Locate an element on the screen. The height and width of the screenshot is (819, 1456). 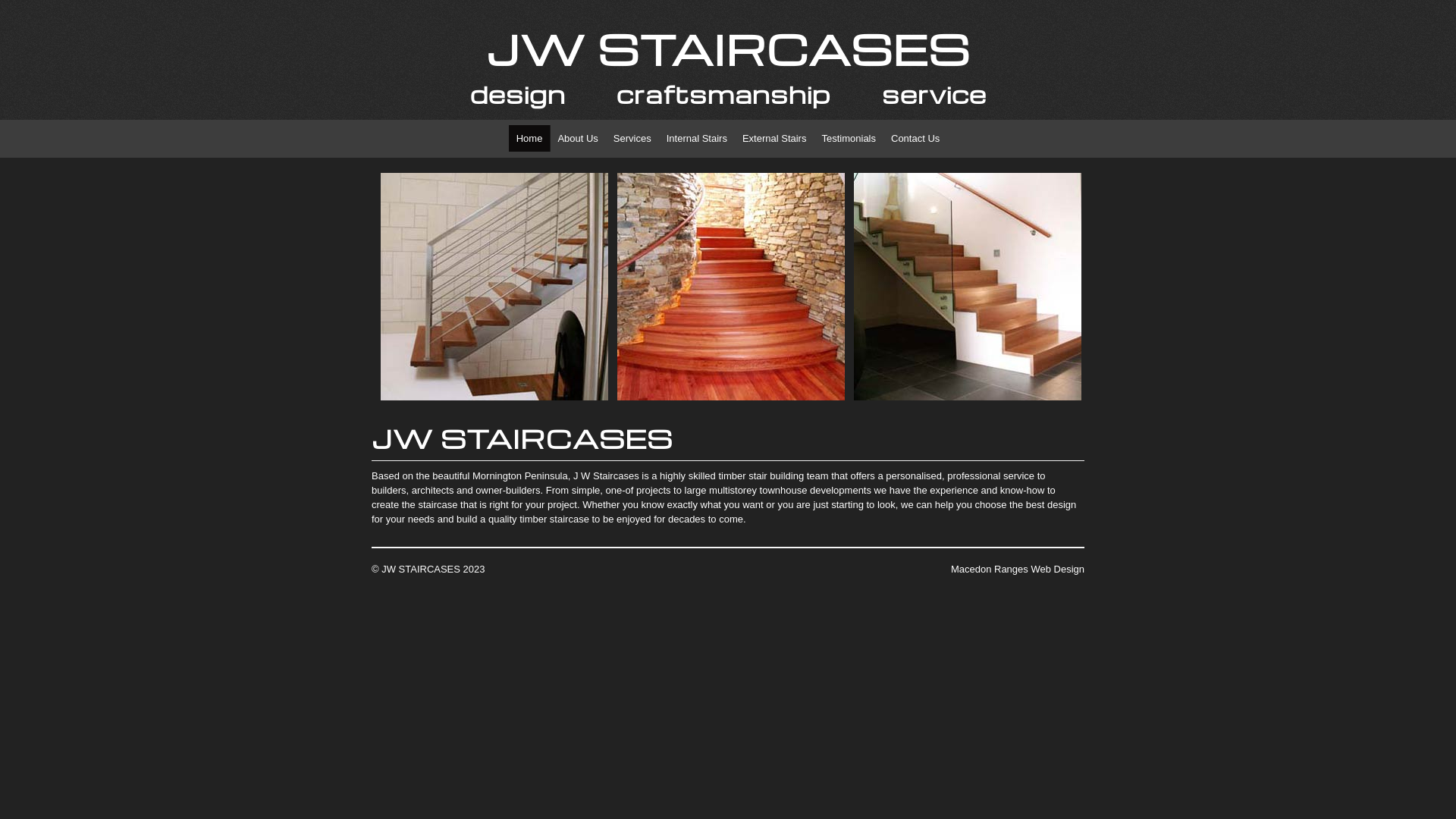
'Home' is located at coordinates (529, 138).